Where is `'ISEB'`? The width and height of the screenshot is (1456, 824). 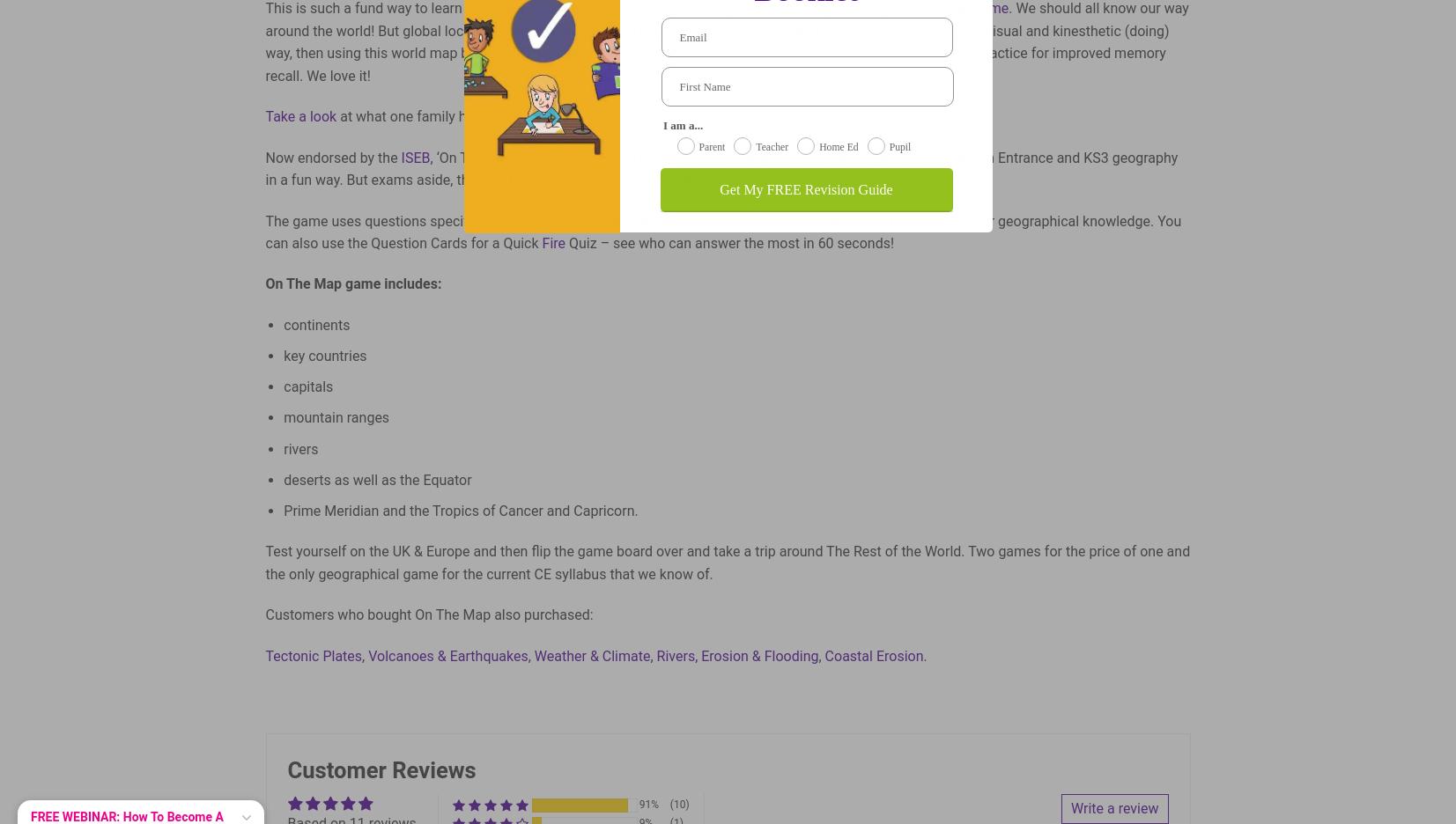
'ISEB' is located at coordinates (414, 156).